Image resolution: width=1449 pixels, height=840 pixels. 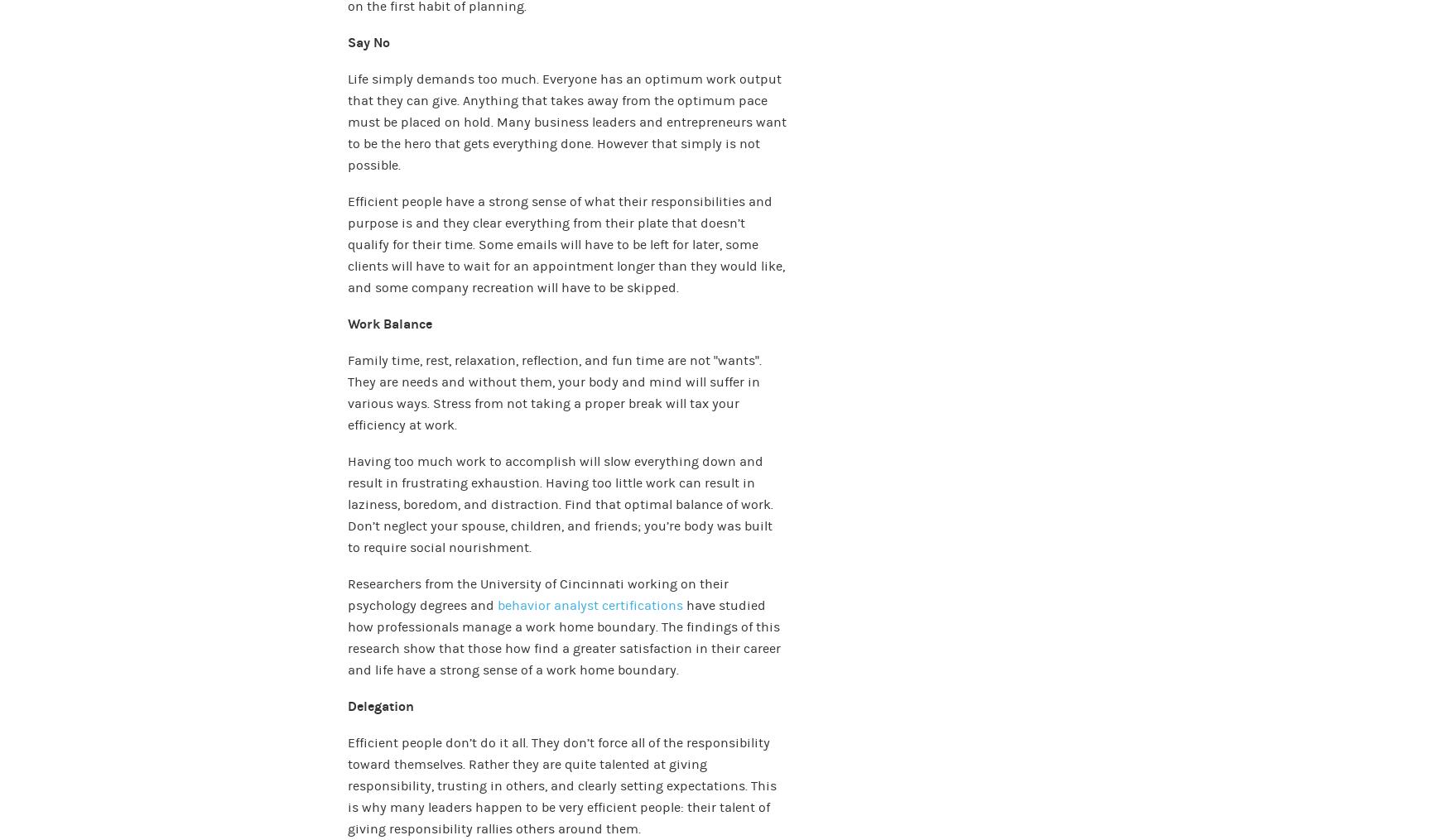 What do you see at coordinates (347, 503) in the screenshot?
I see `'Having too much work to accomplish will slow everything down and result in frustrating exhaustion. Having too little work can result in laziness, boredom, and distraction. Find that optimal balance of work. Don’t neglect your spouse, children, and friends; you’re body was built to require social nourishment.'` at bounding box center [347, 503].